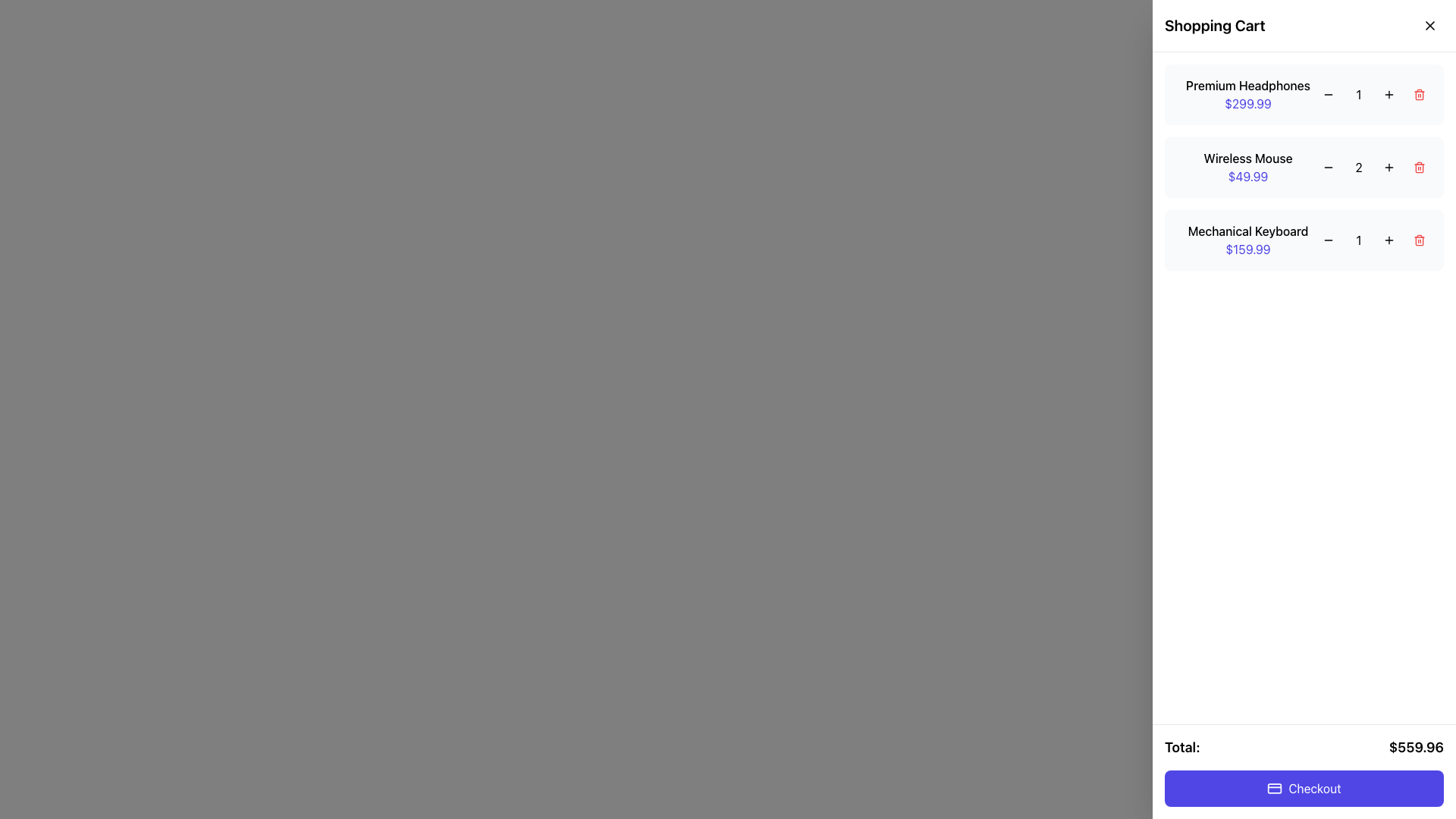  Describe the element at coordinates (1248, 158) in the screenshot. I see `the text label identifying the second item in the shopping cart, which is located above the '$49.99' price text` at that location.